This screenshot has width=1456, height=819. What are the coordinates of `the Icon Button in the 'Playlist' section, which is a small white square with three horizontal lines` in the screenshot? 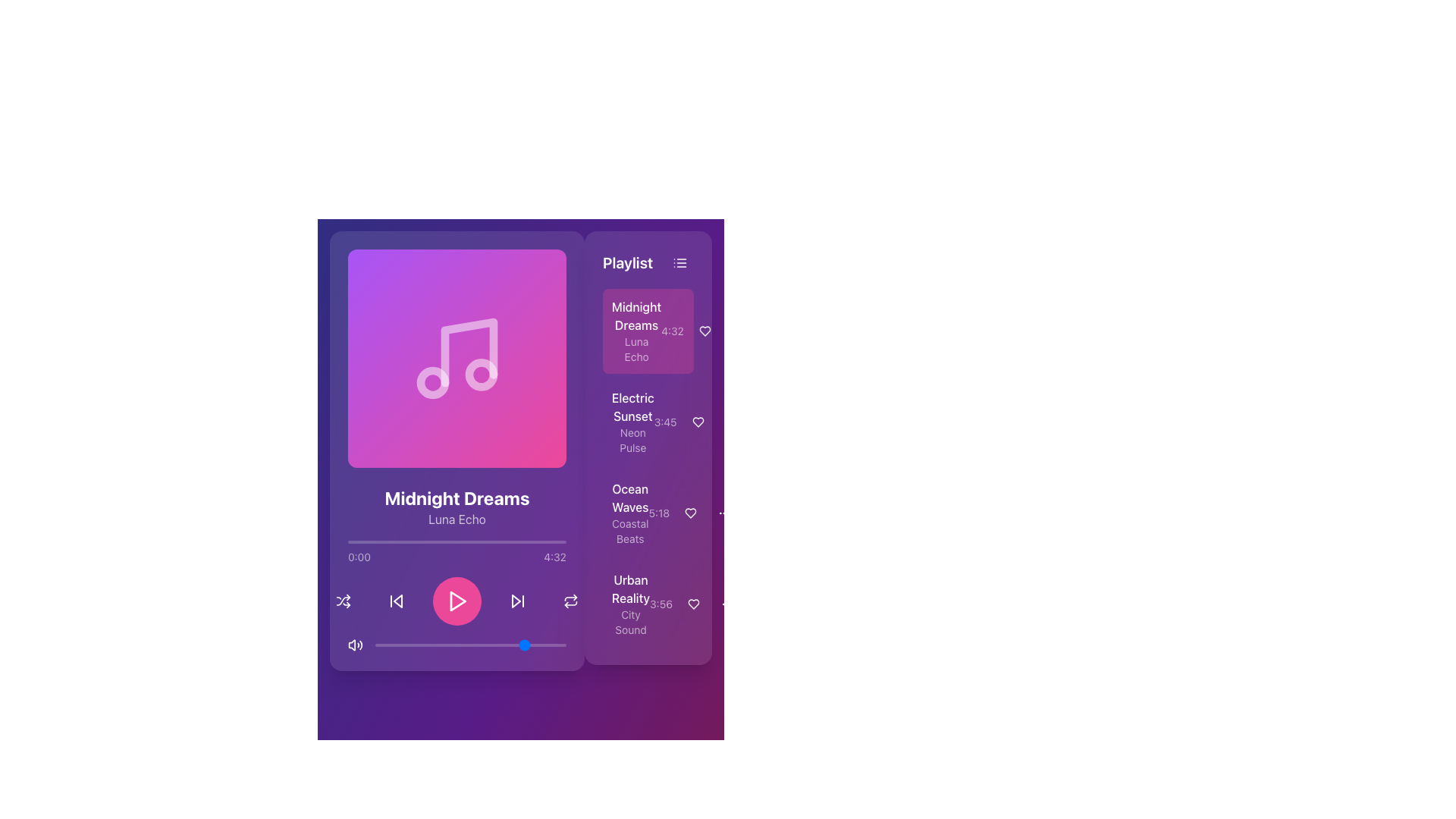 It's located at (679, 262).